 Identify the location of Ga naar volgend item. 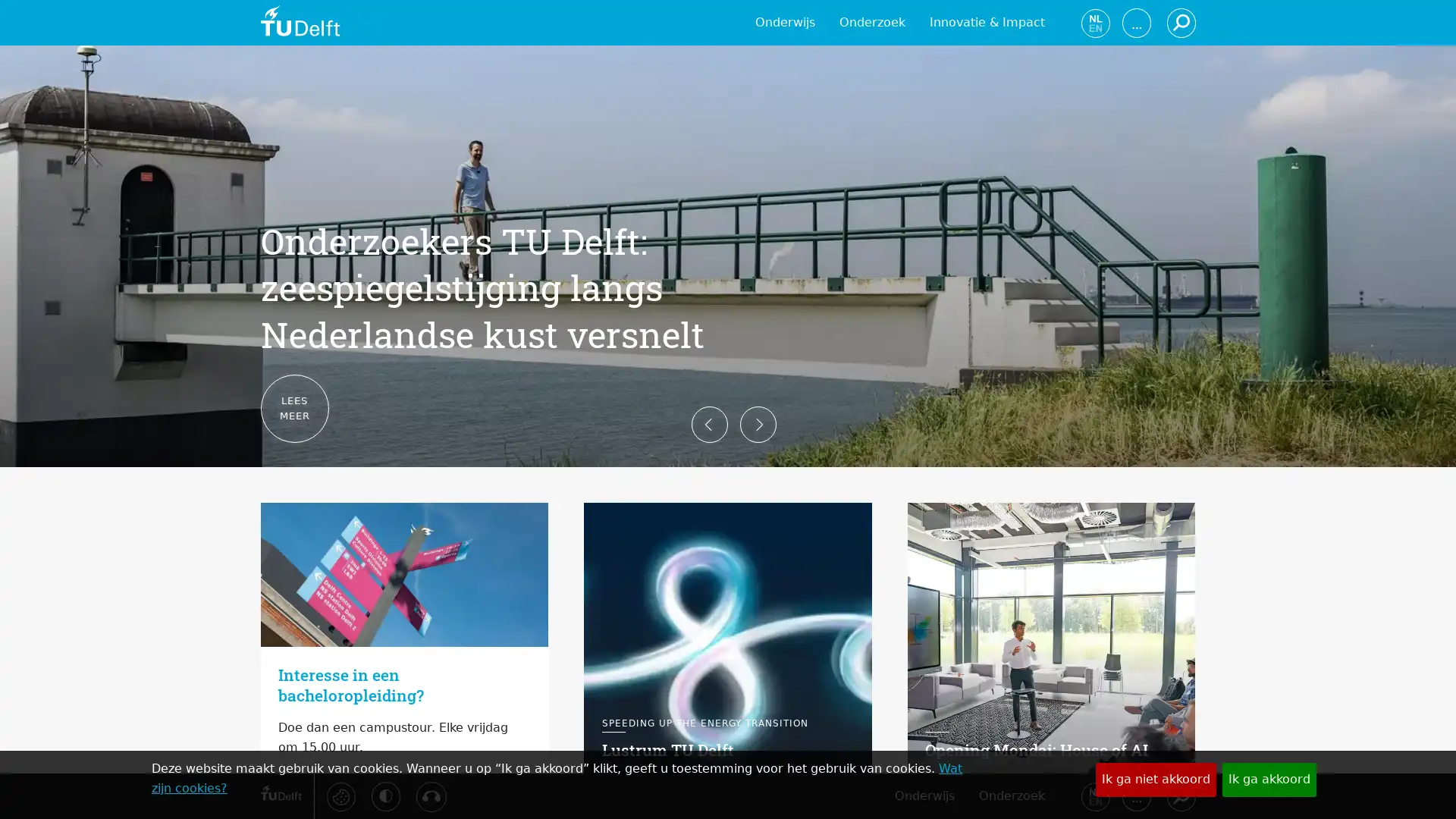
(1219, 409).